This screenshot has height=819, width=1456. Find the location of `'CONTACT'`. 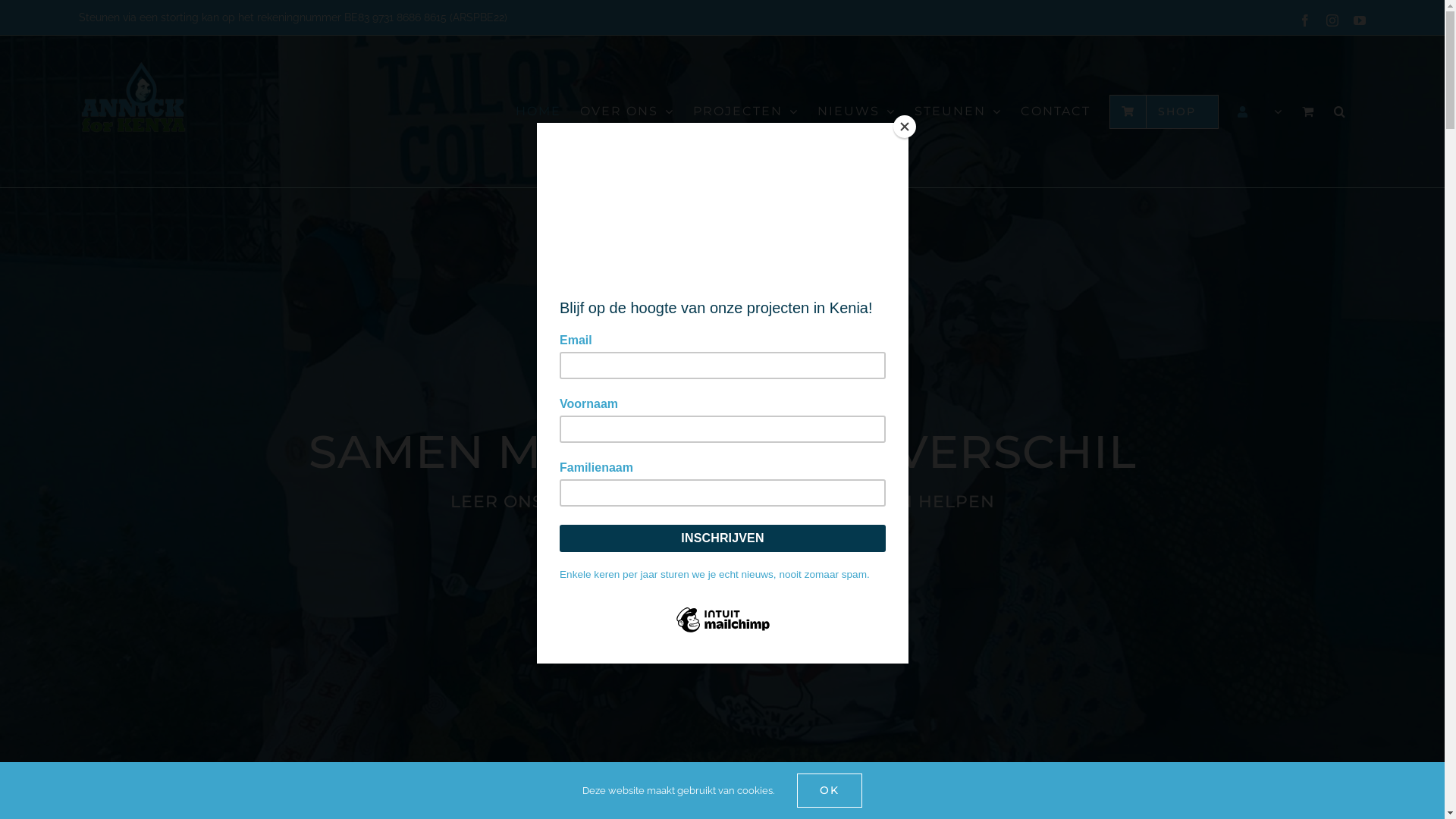

'CONTACT' is located at coordinates (1055, 110).